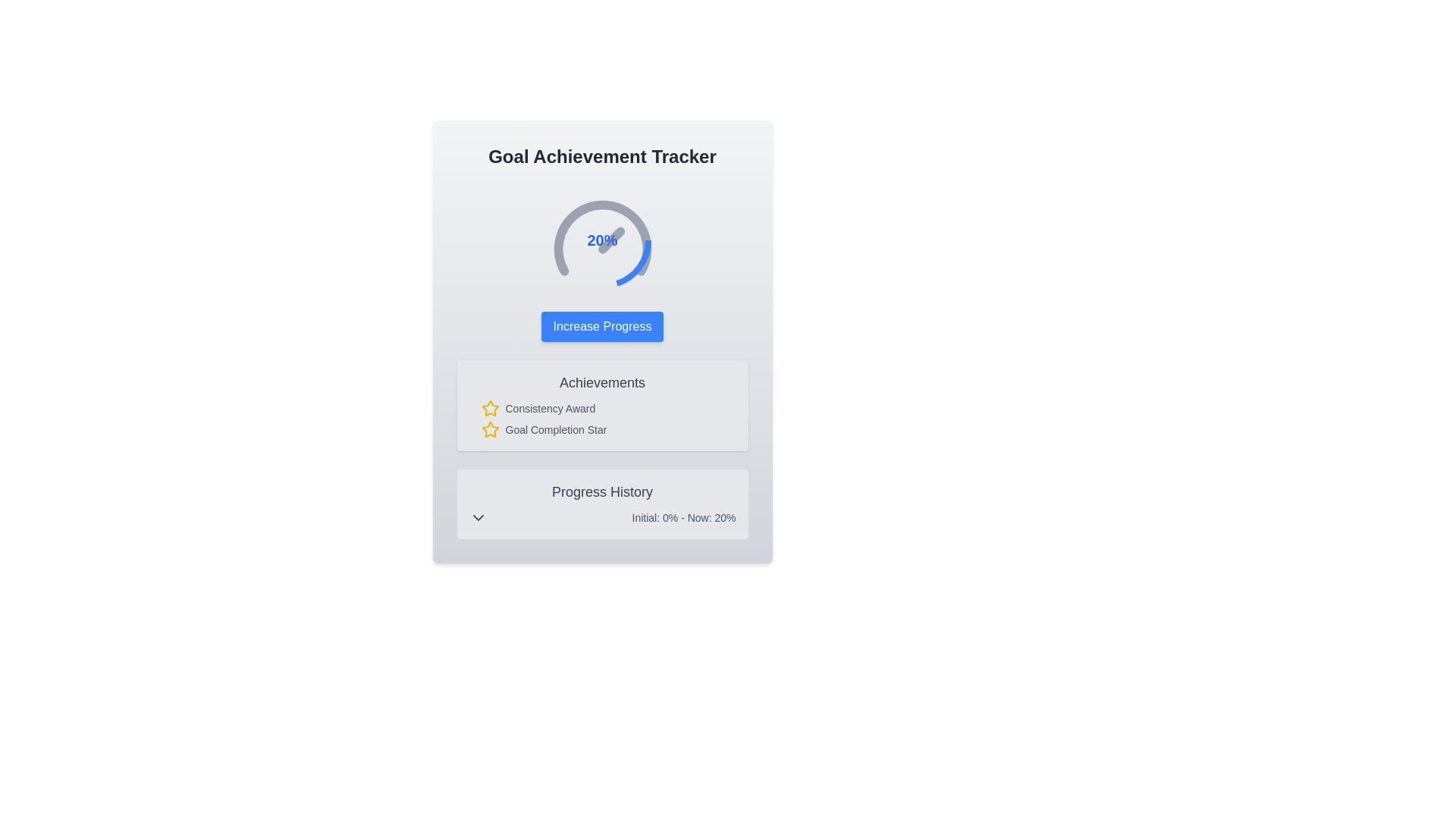 The height and width of the screenshot is (819, 1456). I want to click on the first list item labeled 'Consistency Award' in the 'Achievements' section, so click(601, 419).